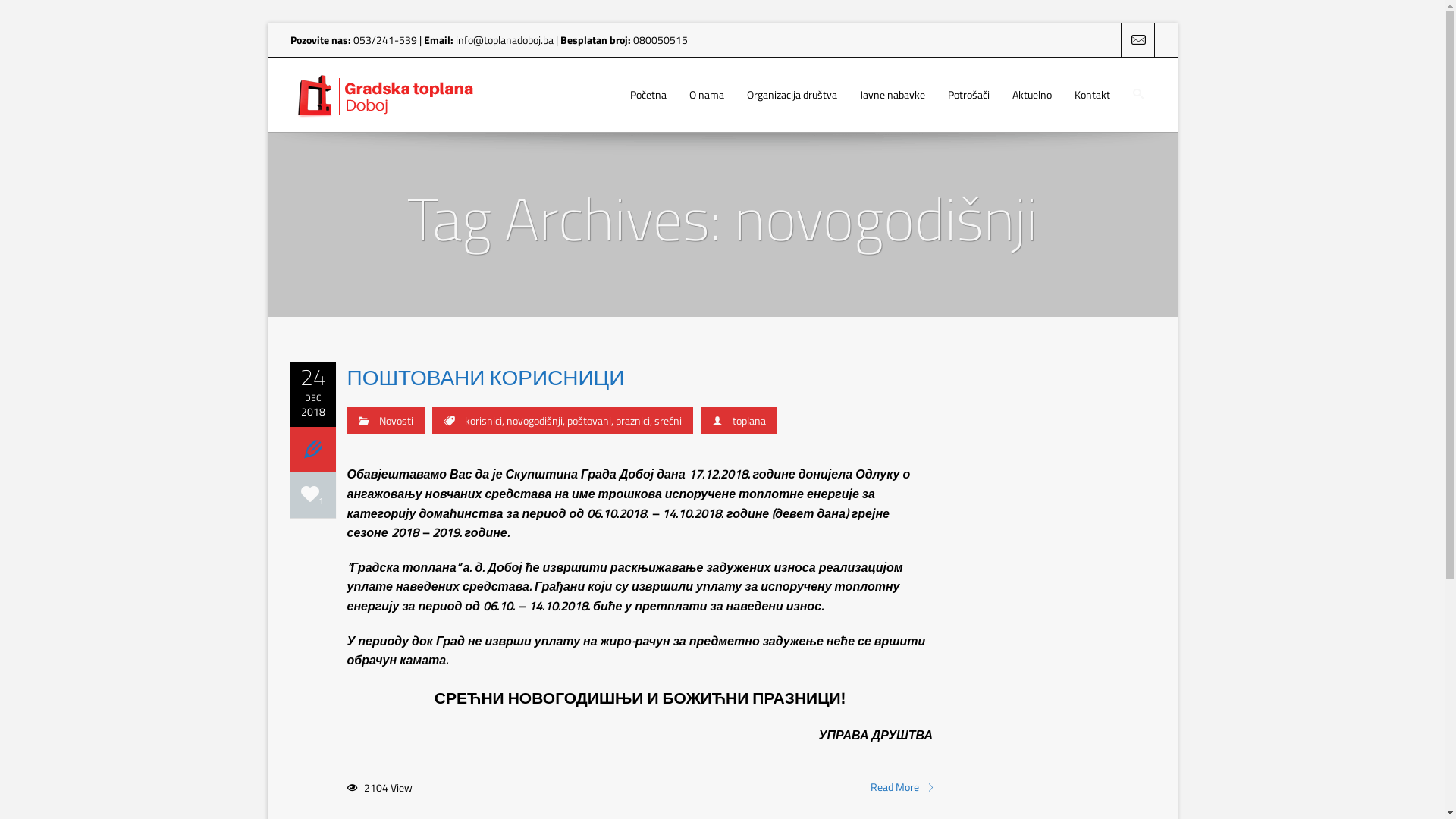  I want to click on 'info@toplanadoboj.ba', so click(454, 39).